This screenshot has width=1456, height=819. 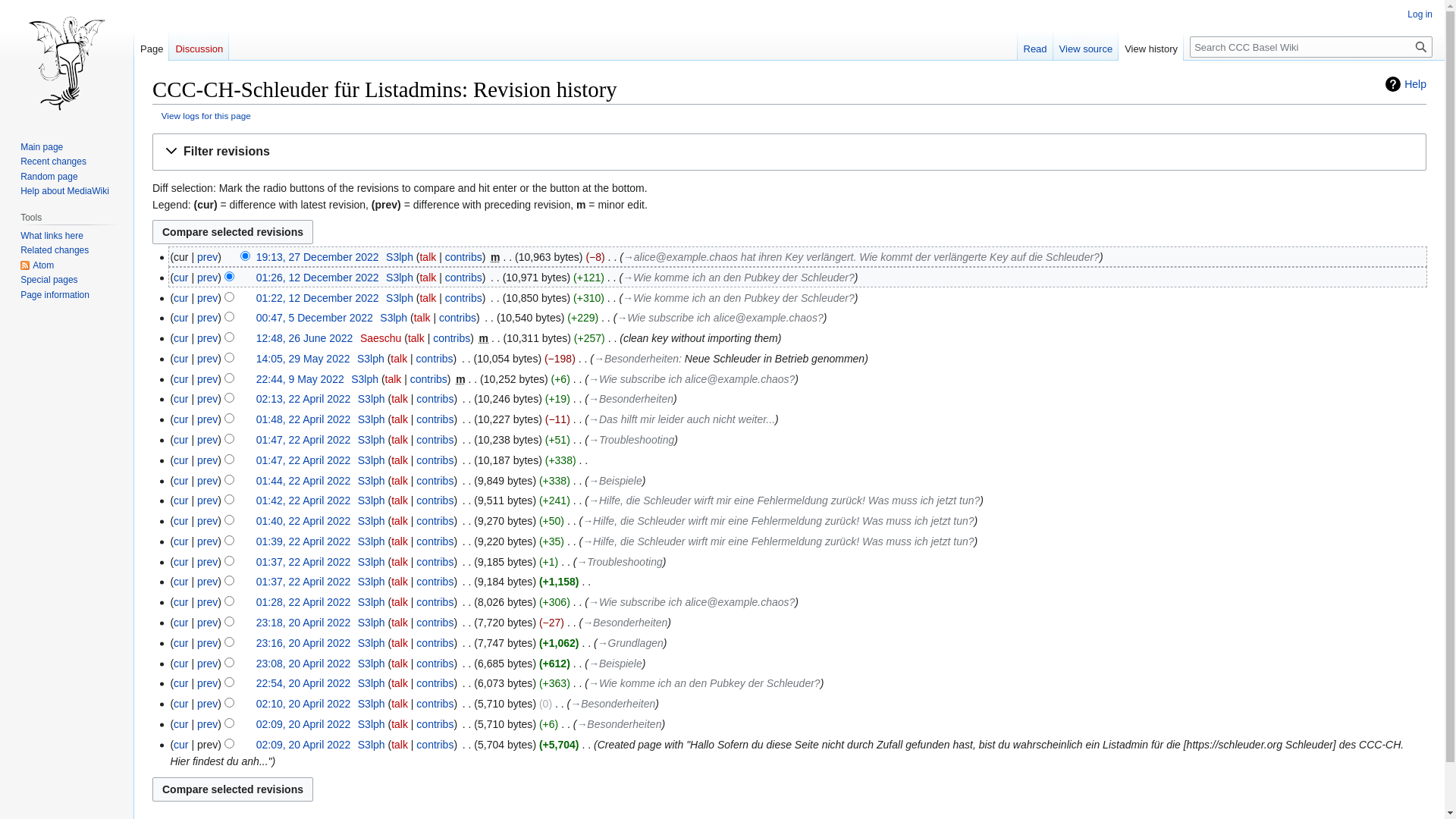 What do you see at coordinates (20, 249) in the screenshot?
I see `'Related changes'` at bounding box center [20, 249].